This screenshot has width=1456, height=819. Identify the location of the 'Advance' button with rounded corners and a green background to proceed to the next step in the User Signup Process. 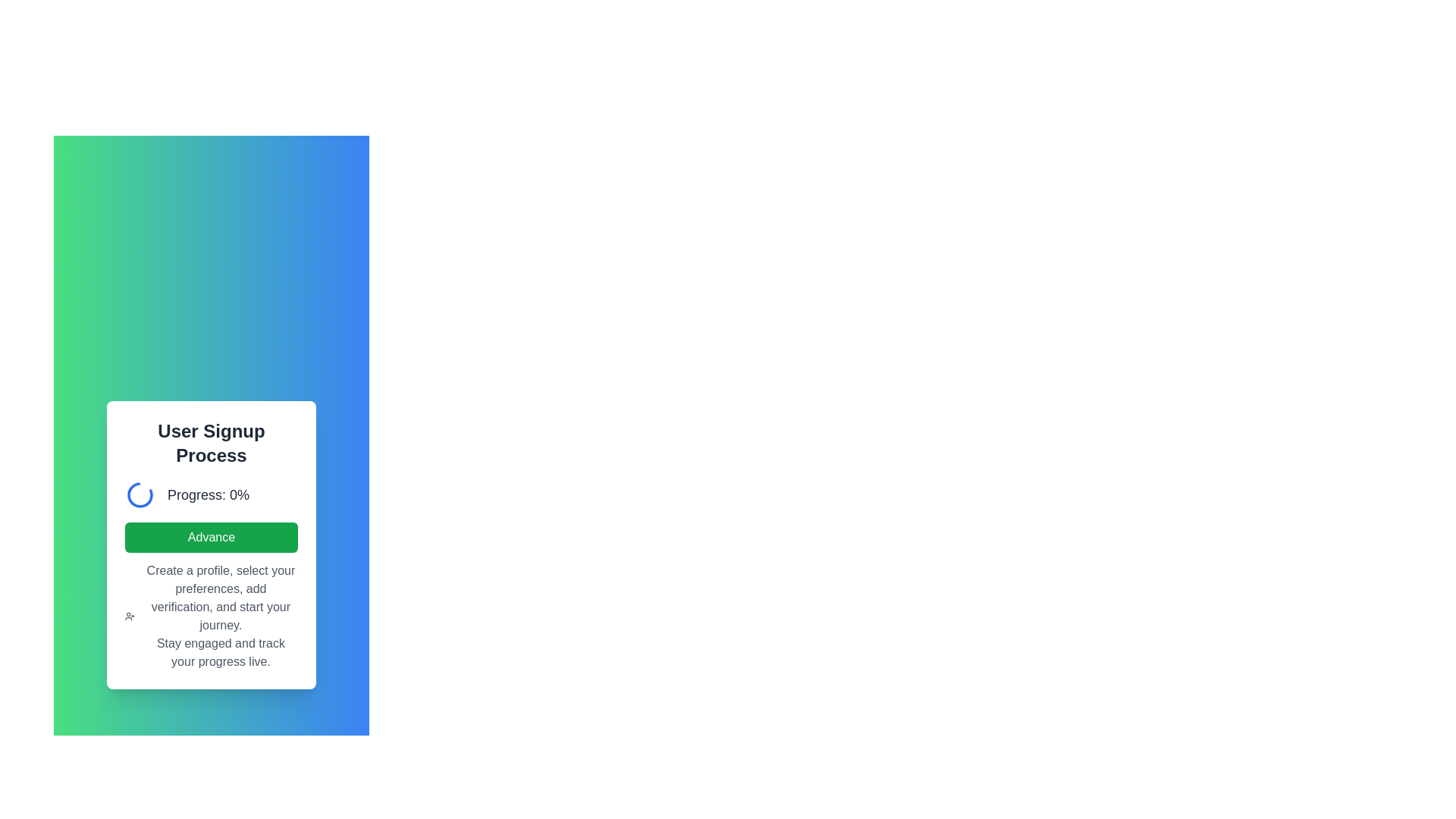
(210, 537).